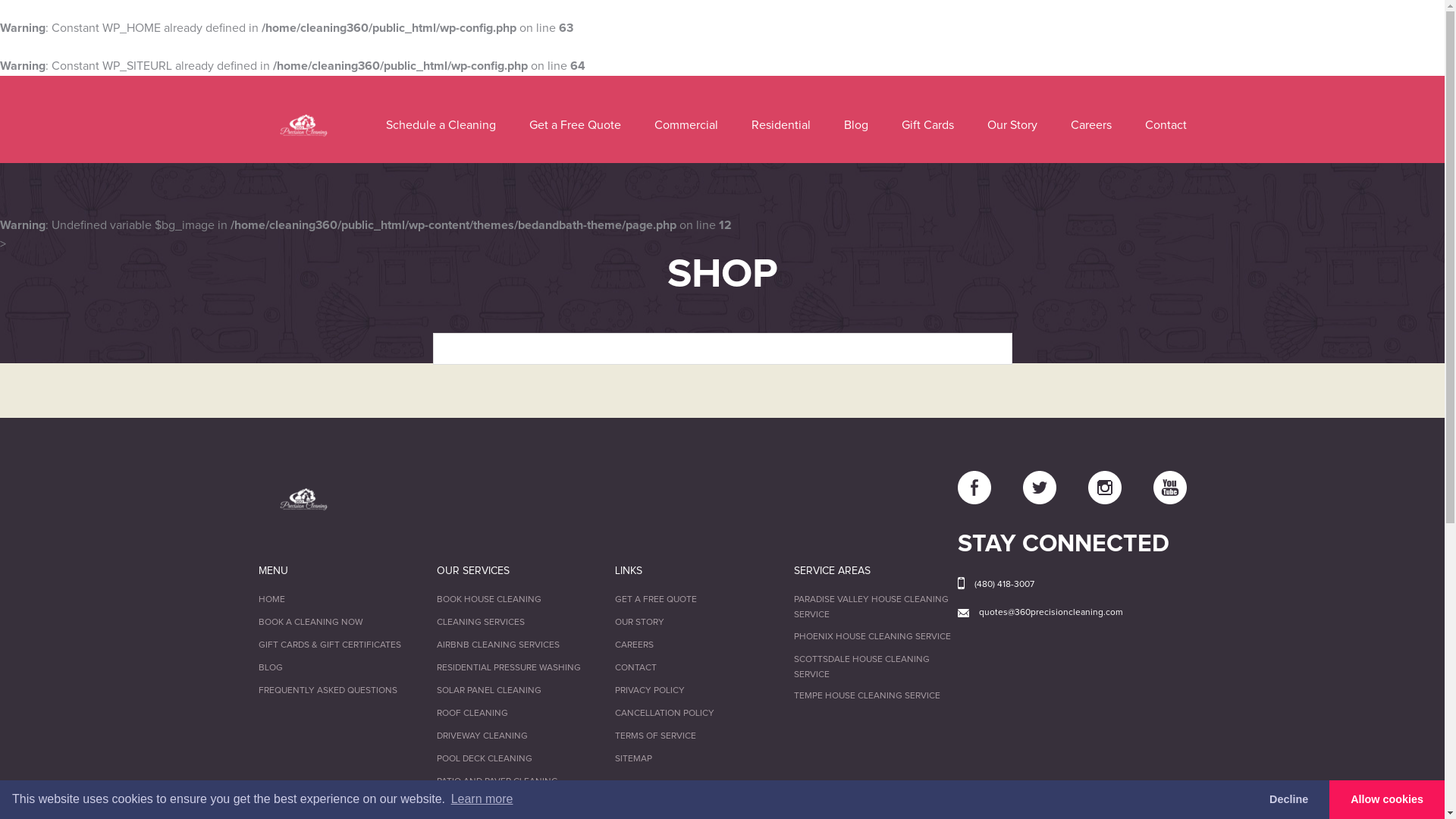  Describe the element at coordinates (479, 623) in the screenshot. I see `'CLEANING SERVICES'` at that location.